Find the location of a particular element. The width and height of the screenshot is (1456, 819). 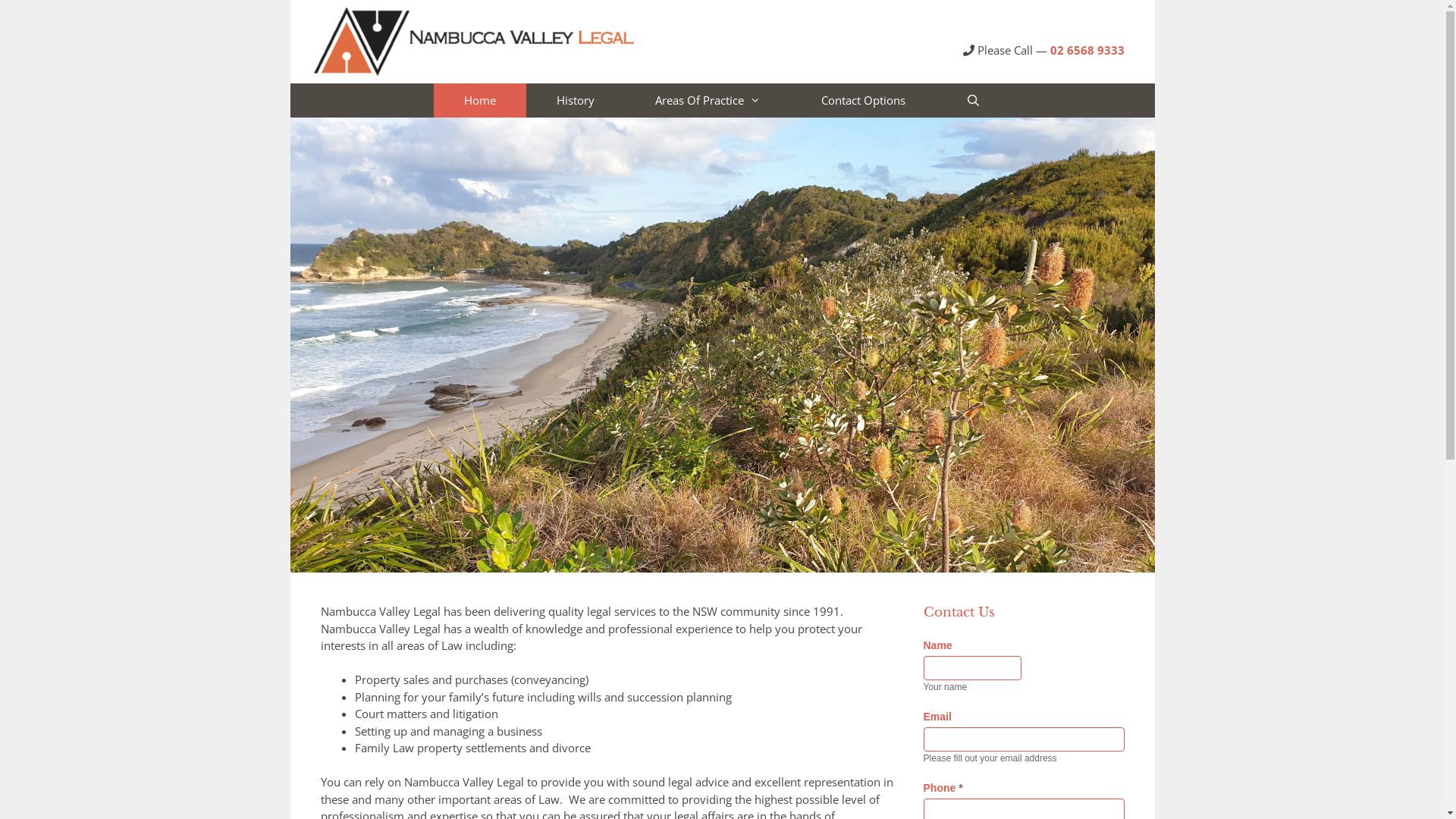

'02 6568 9333' is located at coordinates (1086, 49).